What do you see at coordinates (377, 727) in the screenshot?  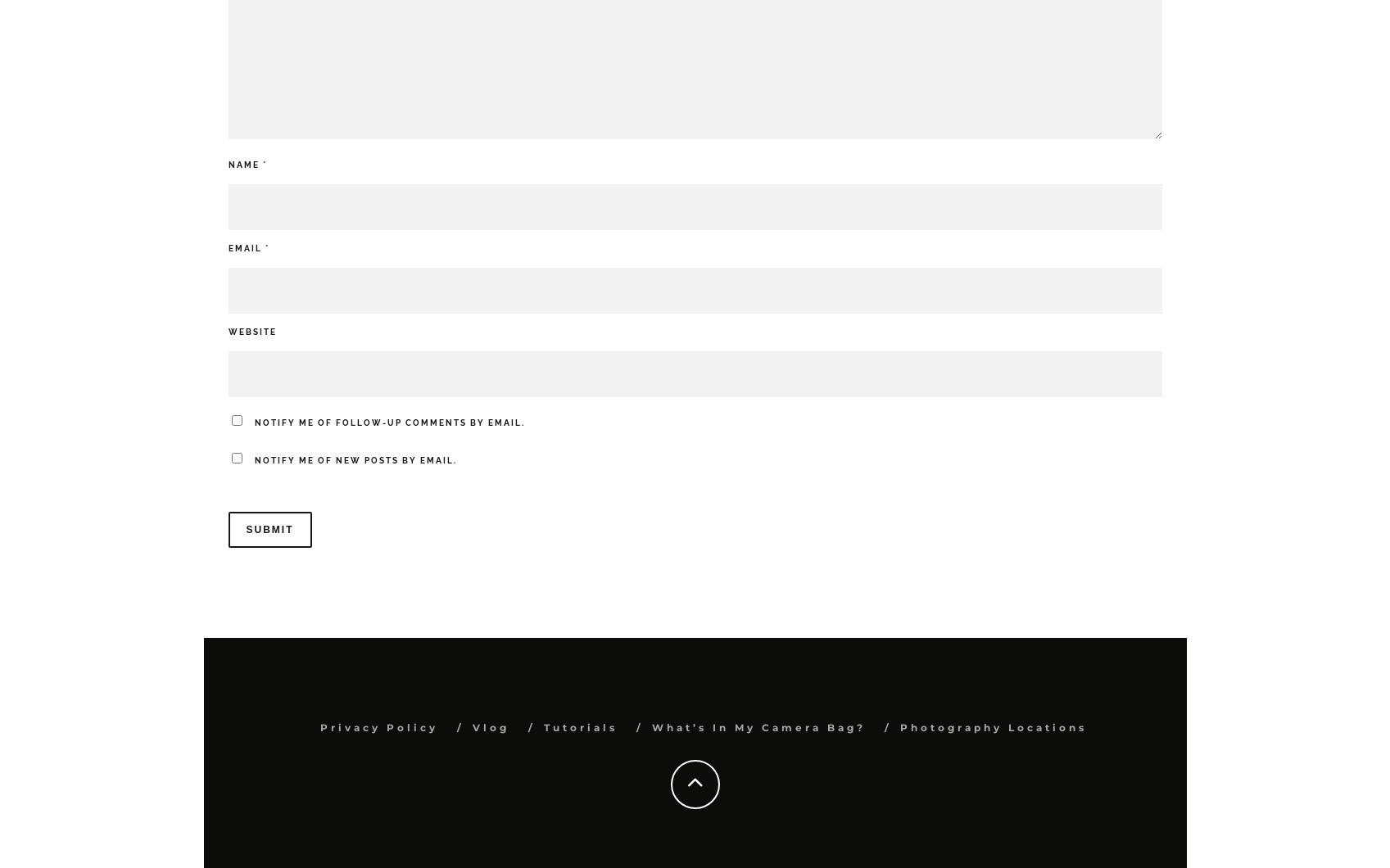 I see `'Privacy Policy'` at bounding box center [377, 727].